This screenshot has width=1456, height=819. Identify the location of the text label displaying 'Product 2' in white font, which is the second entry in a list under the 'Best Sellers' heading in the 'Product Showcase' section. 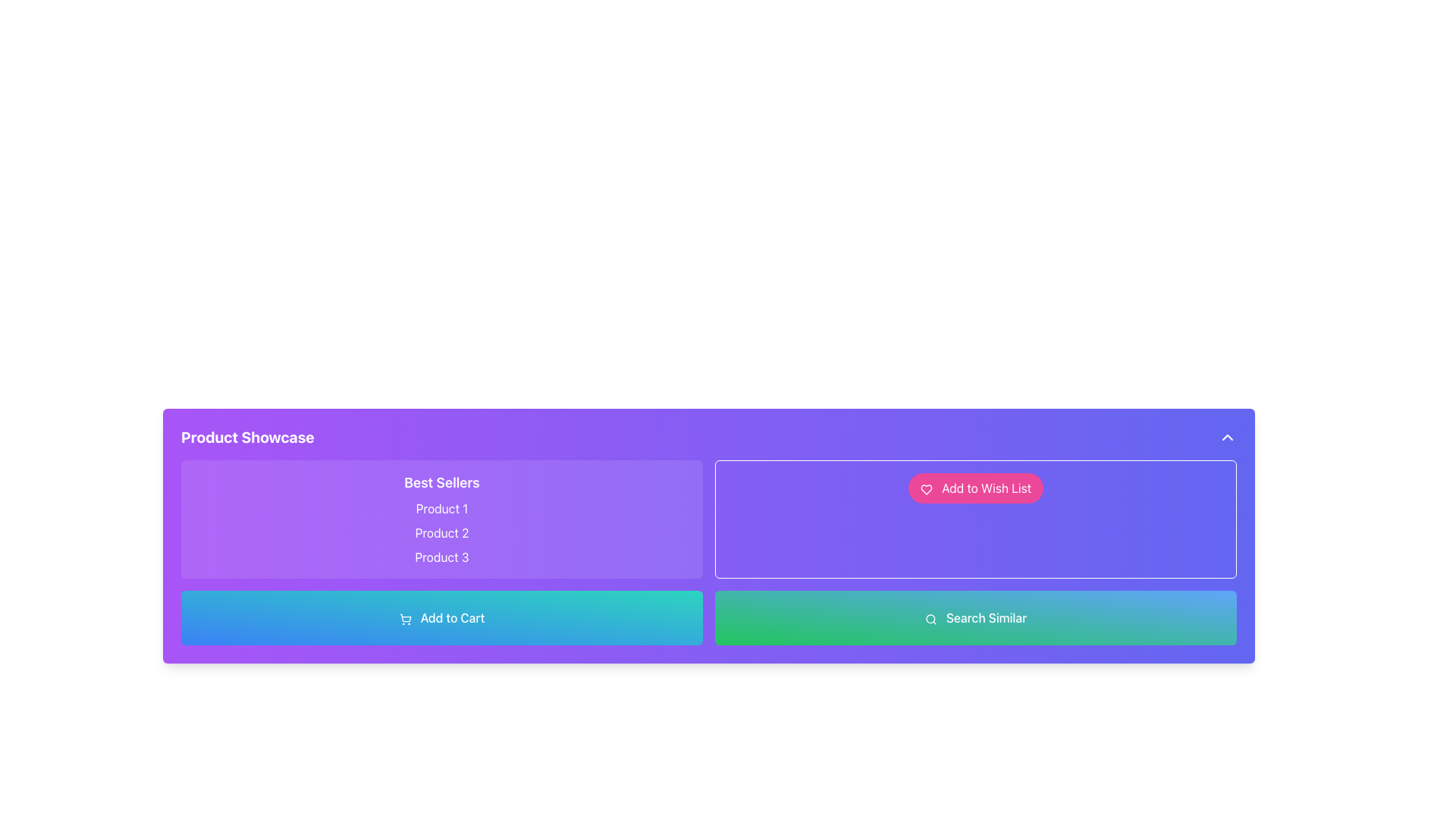
(441, 532).